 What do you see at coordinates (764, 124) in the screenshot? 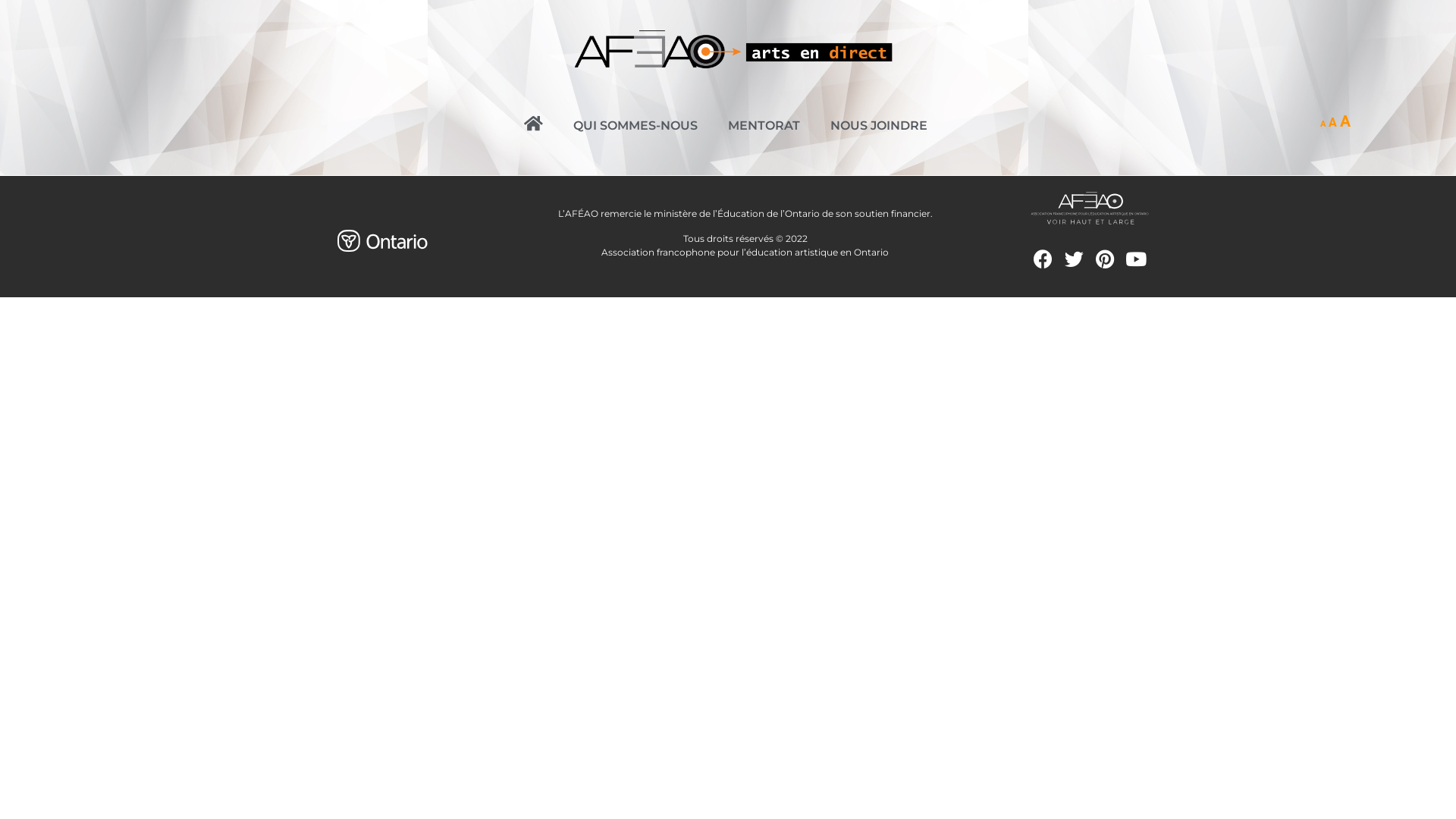
I see `'MENTORAT'` at bounding box center [764, 124].